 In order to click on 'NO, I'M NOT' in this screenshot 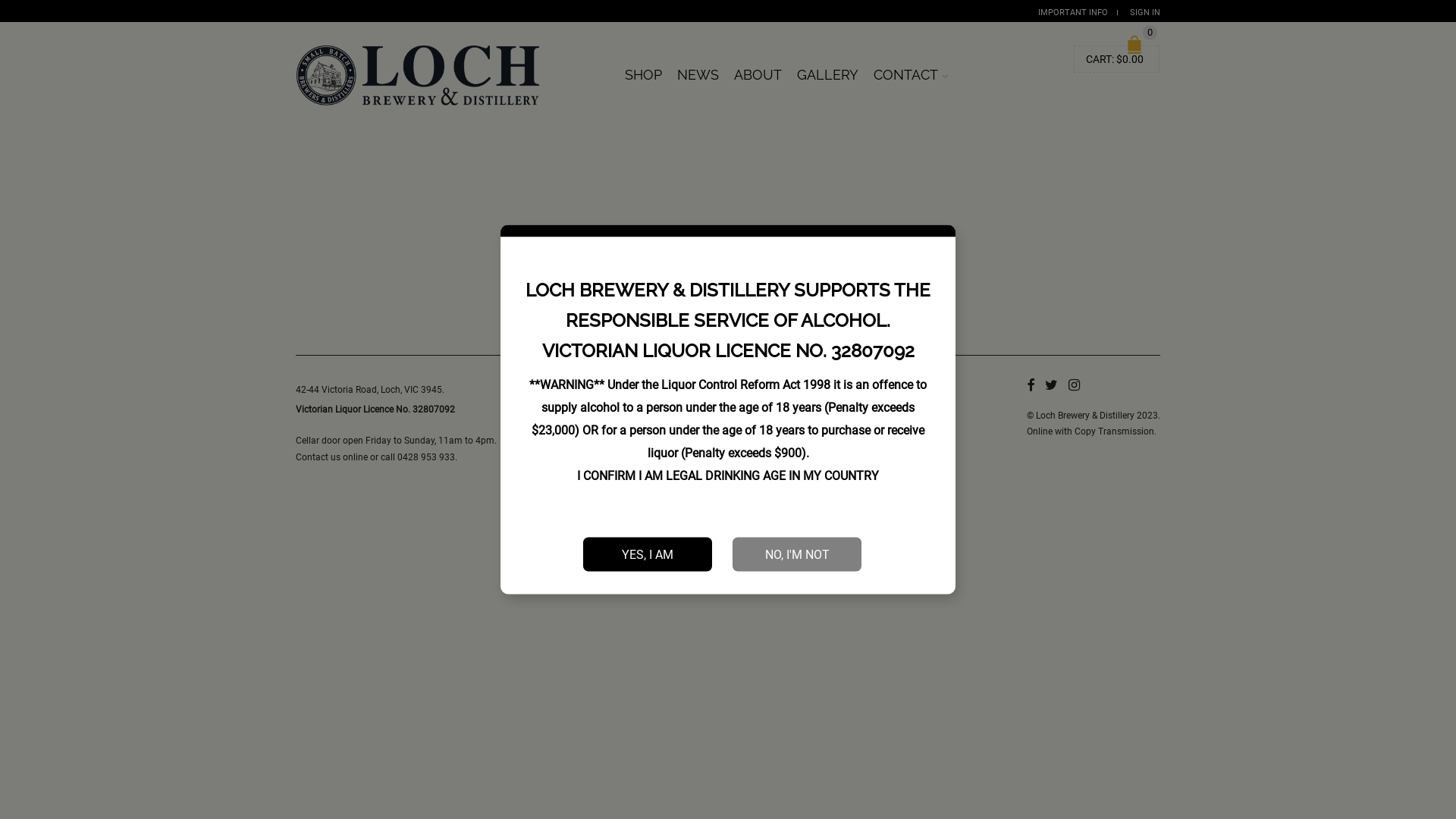, I will do `click(796, 554)`.